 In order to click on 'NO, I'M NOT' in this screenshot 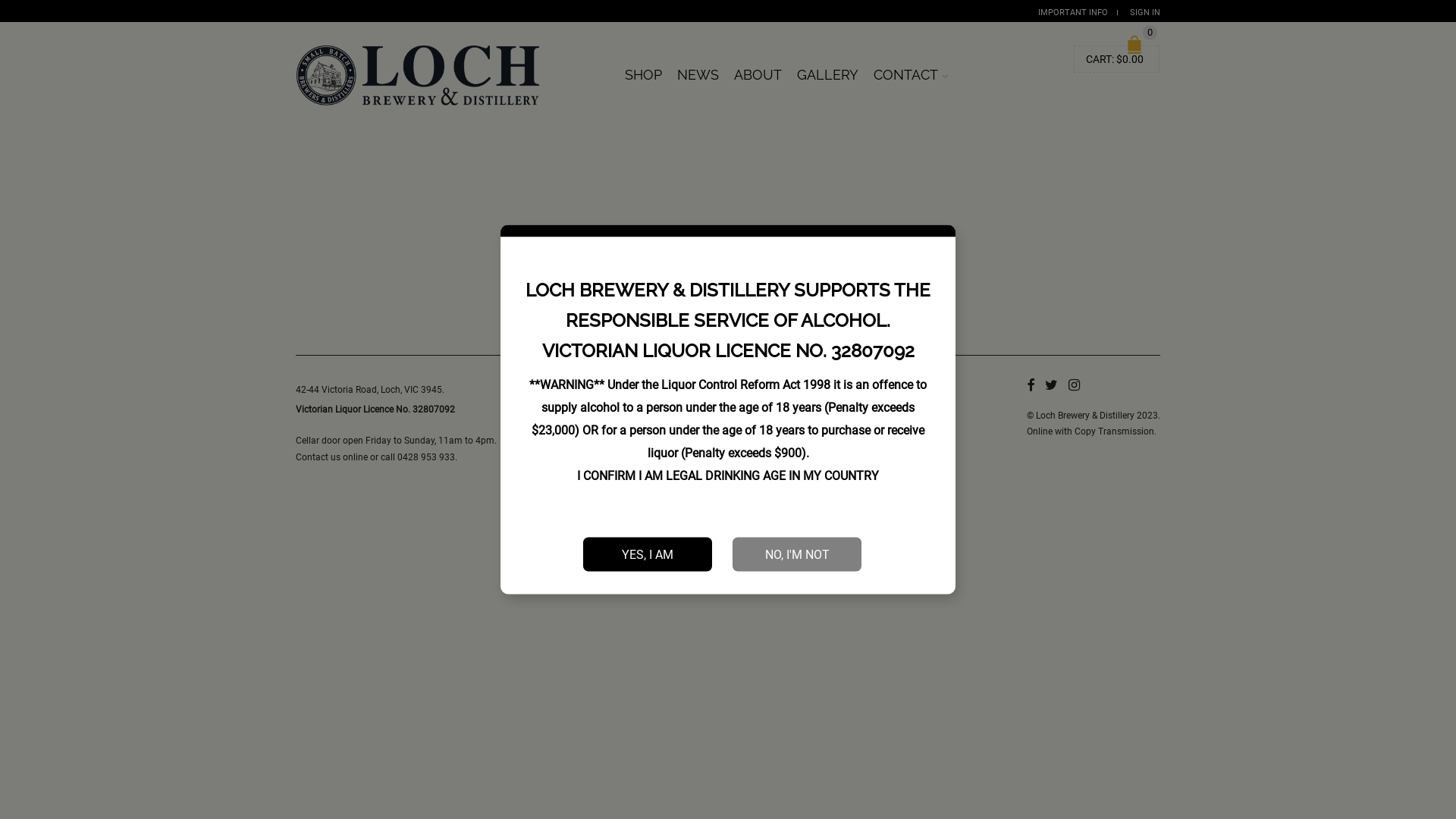, I will do `click(796, 554)`.